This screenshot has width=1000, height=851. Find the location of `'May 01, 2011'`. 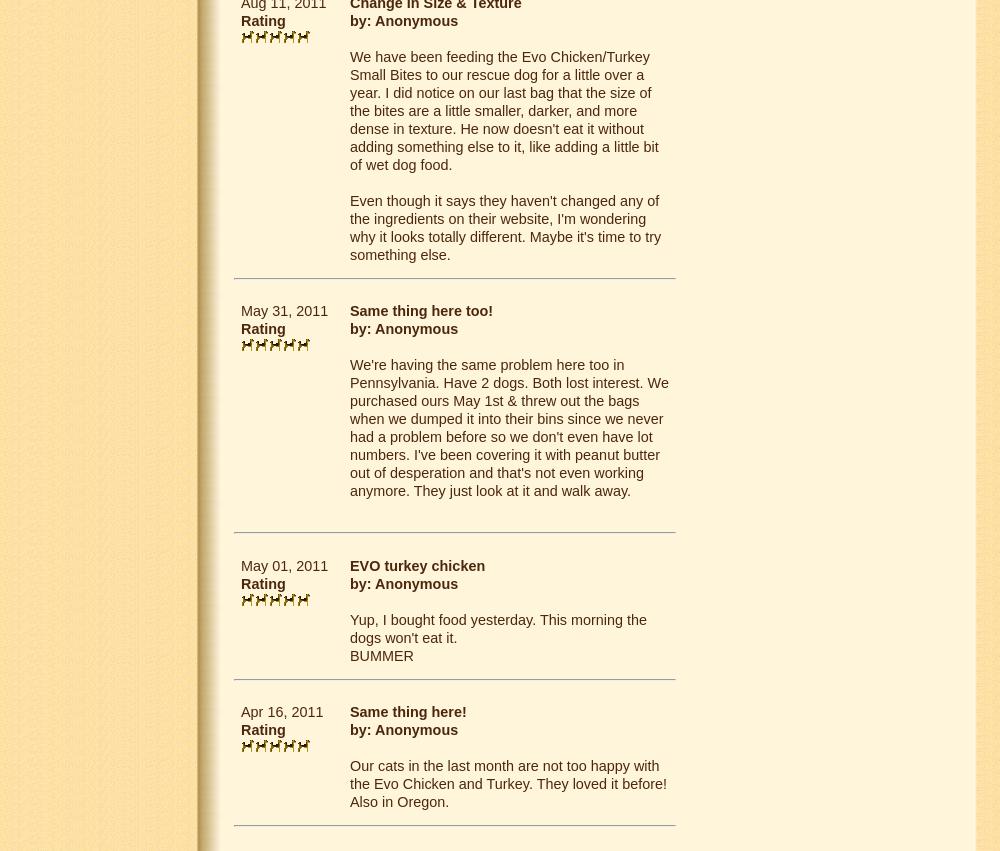

'May 01, 2011' is located at coordinates (240, 563).